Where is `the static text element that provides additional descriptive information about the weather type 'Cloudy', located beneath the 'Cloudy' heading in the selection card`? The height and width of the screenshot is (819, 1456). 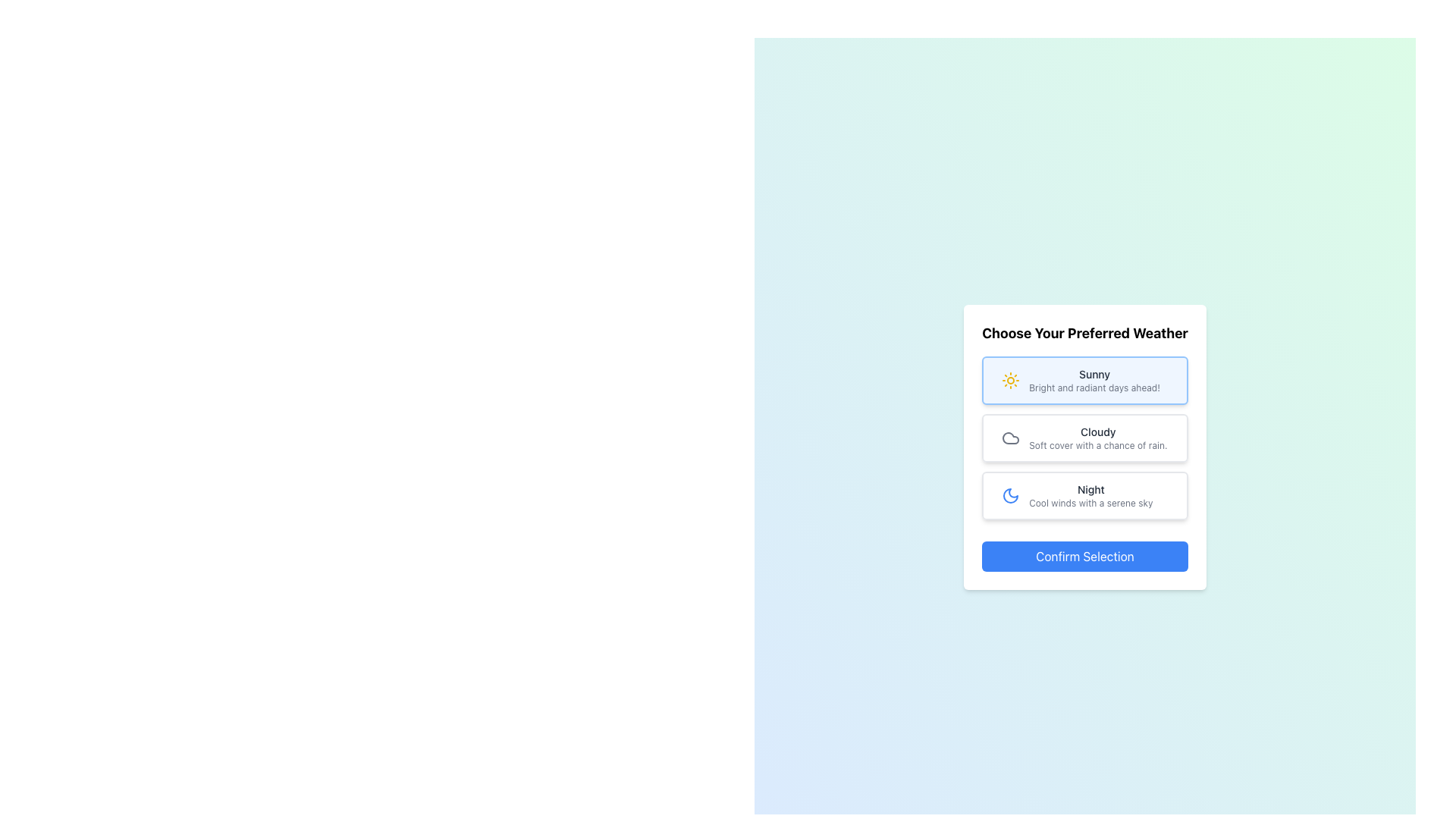 the static text element that provides additional descriptive information about the weather type 'Cloudy', located beneath the 'Cloudy' heading in the selection card is located at coordinates (1098, 444).